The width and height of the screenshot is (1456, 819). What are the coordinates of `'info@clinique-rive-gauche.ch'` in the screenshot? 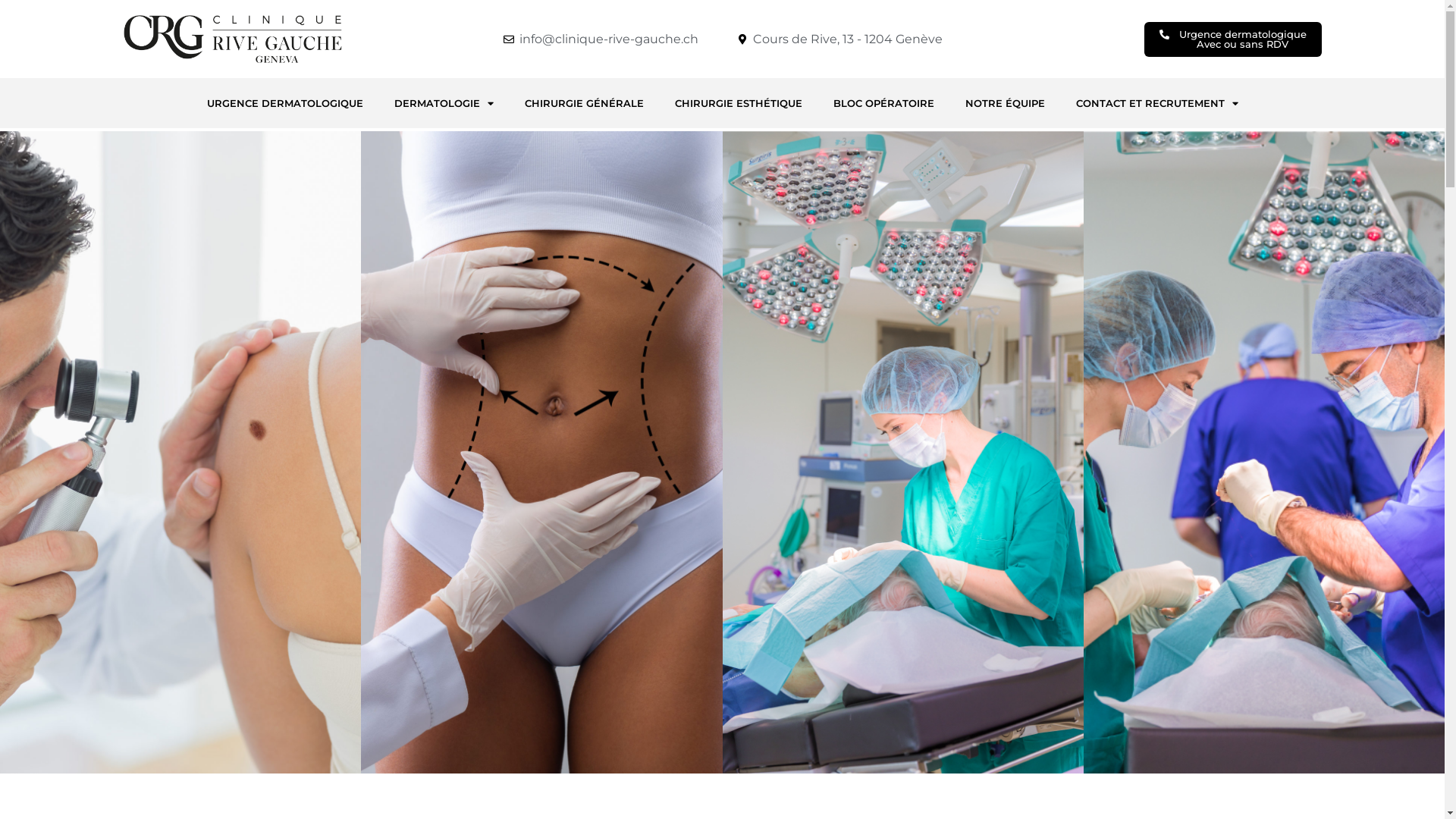 It's located at (599, 38).